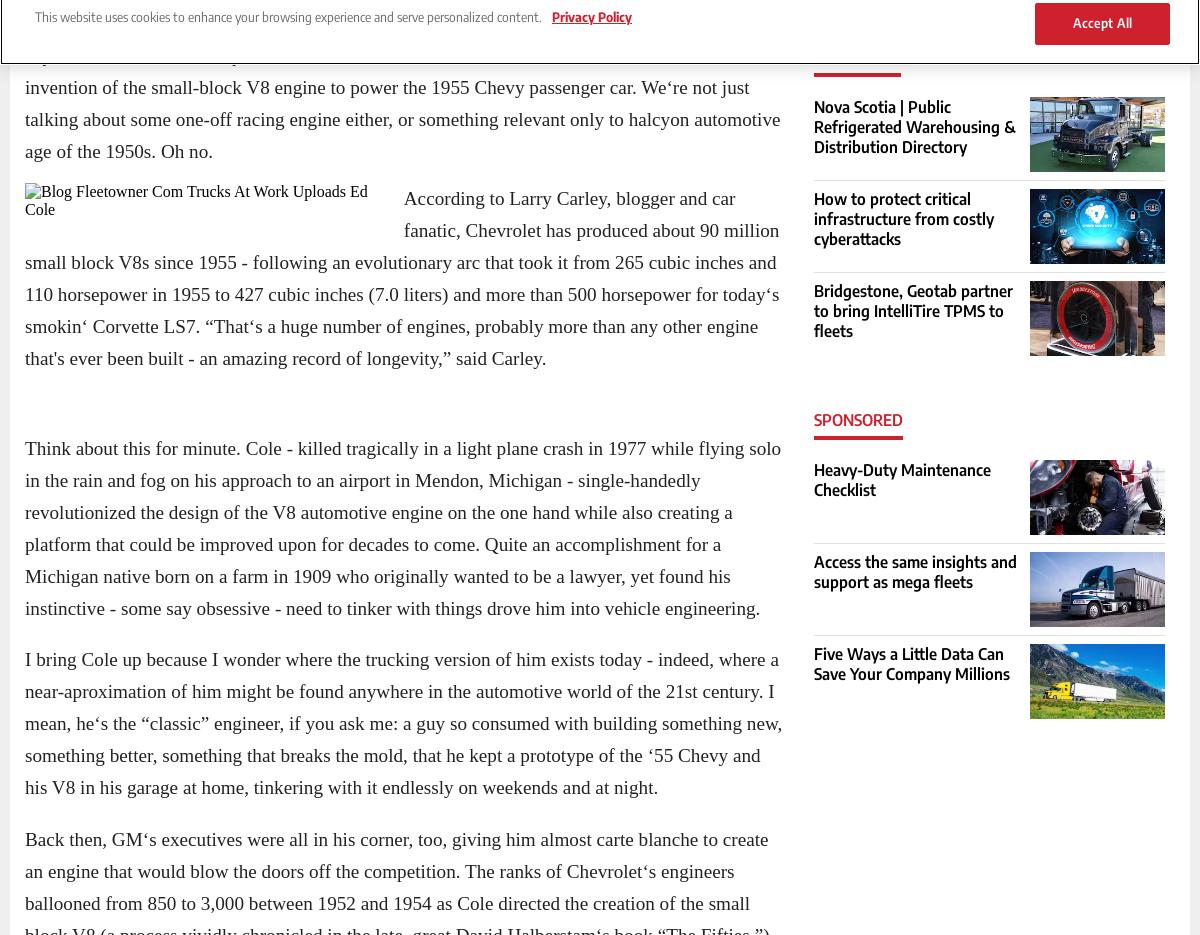  What do you see at coordinates (403, 722) in the screenshot?
I see `'I bring Cole up because I wonder where the trucking version of him exists today - indeed, where a near-aproximation of him might be found anywhere in the automotive world of the 21st century. I mean, he‘s the “classic” engineer, if you ask me: a guy so consumed with building something new, something better, something that breaks the mold, that he kept a prototype of the ‘55 Chevy and his V8 in his garage at home, tinkering with it endlessly on weekends and at night.'` at bounding box center [403, 722].